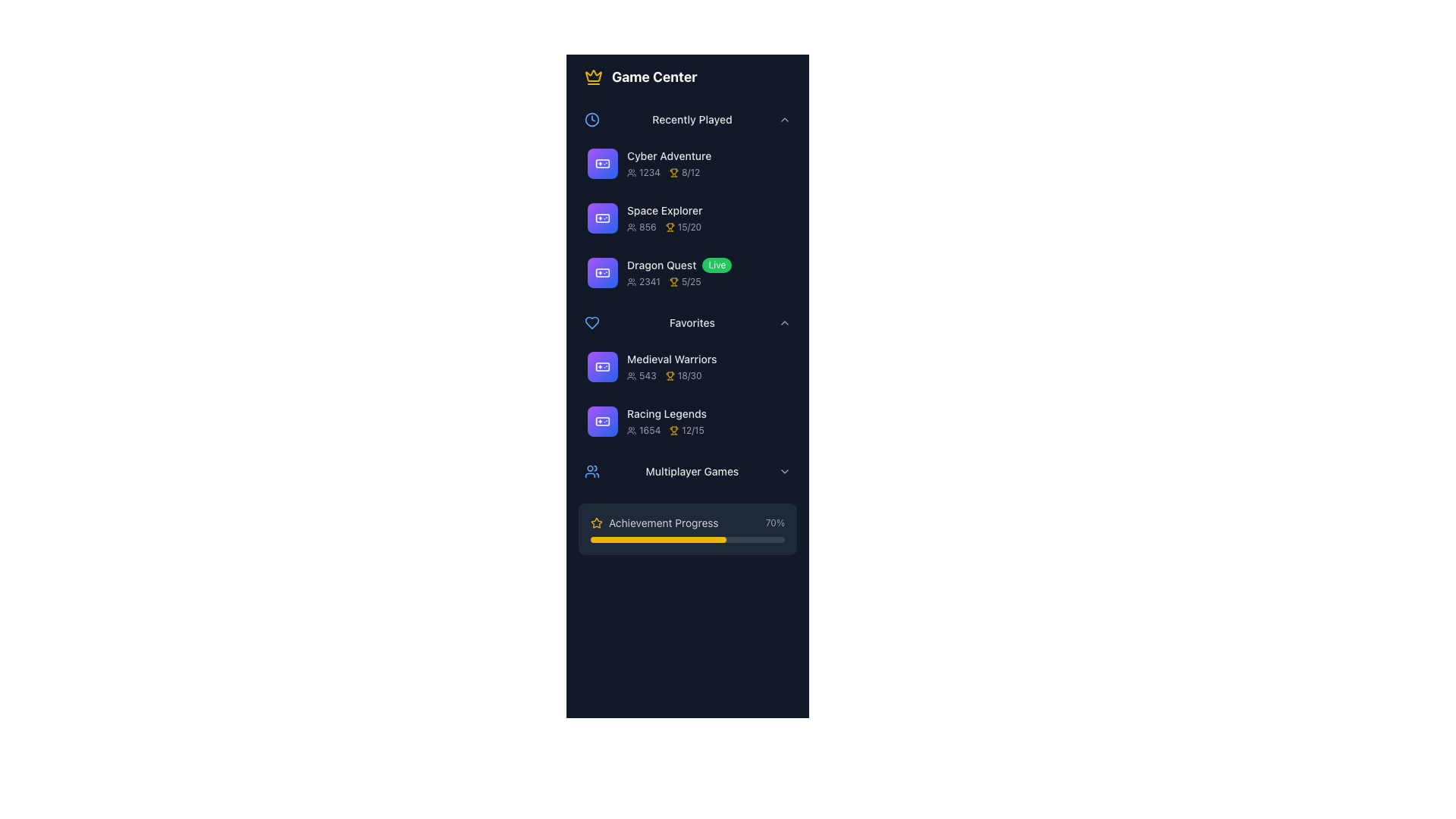 The height and width of the screenshot is (819, 1456). Describe the element at coordinates (706, 155) in the screenshot. I see `the static text label that identifies the first game entry in the 'Recently Played' section of the Game Center` at that location.